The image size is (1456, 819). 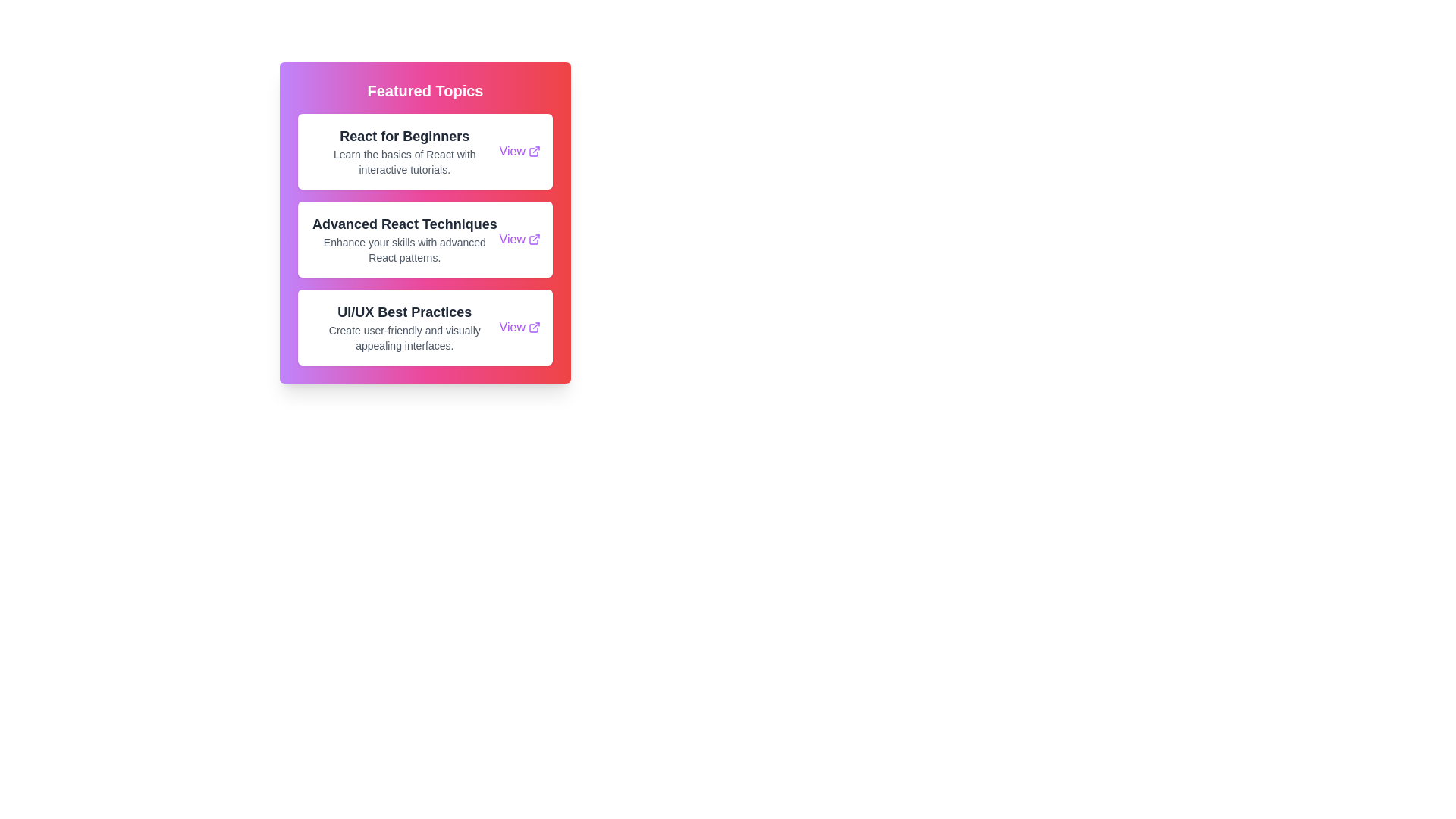 What do you see at coordinates (534, 152) in the screenshot?
I see `the small vector graphic shape that is part of the external link icon located` at bounding box center [534, 152].